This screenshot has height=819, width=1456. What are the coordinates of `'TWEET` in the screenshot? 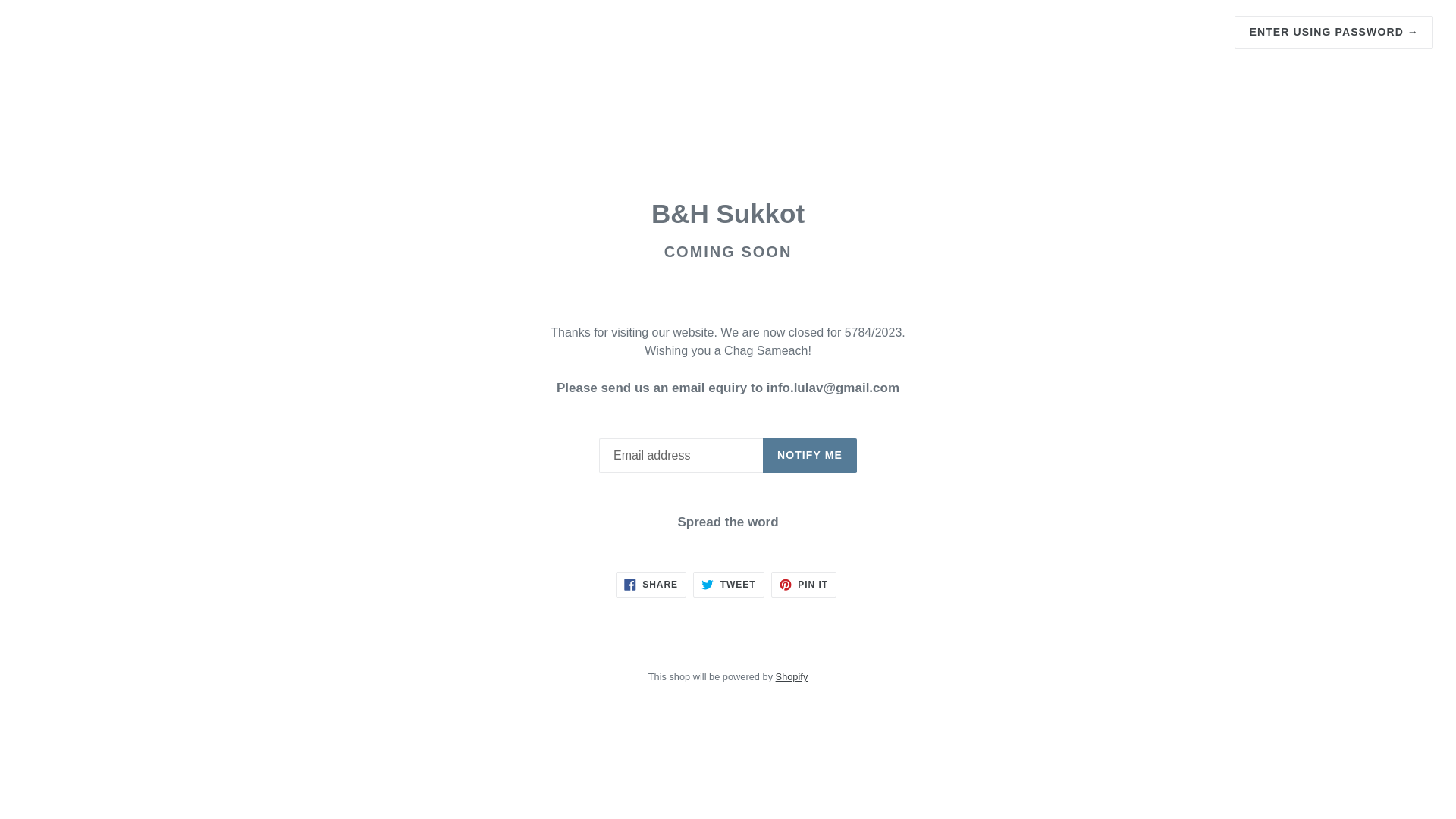 It's located at (728, 584).